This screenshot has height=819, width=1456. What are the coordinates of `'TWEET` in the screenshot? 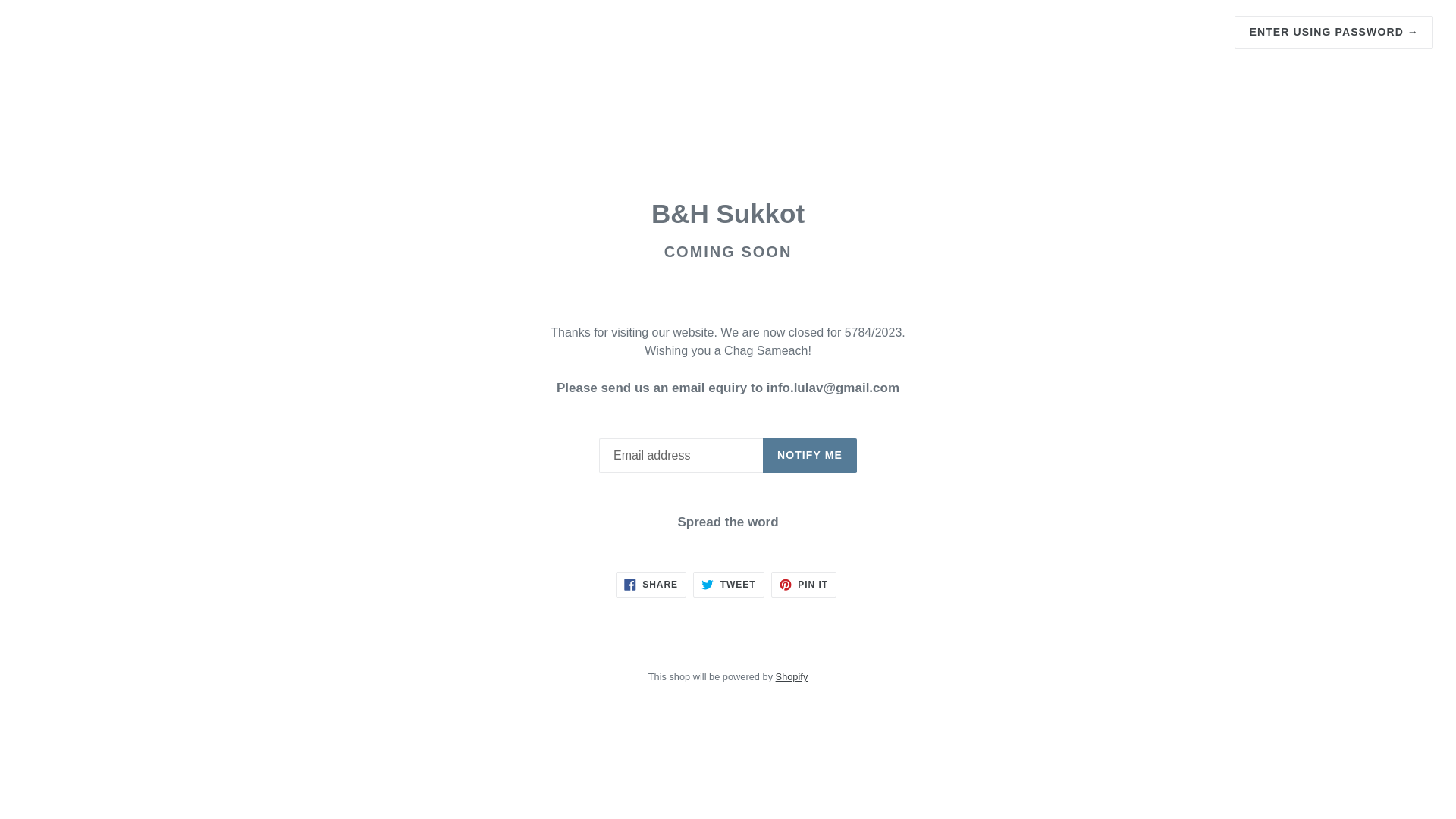 It's located at (728, 584).